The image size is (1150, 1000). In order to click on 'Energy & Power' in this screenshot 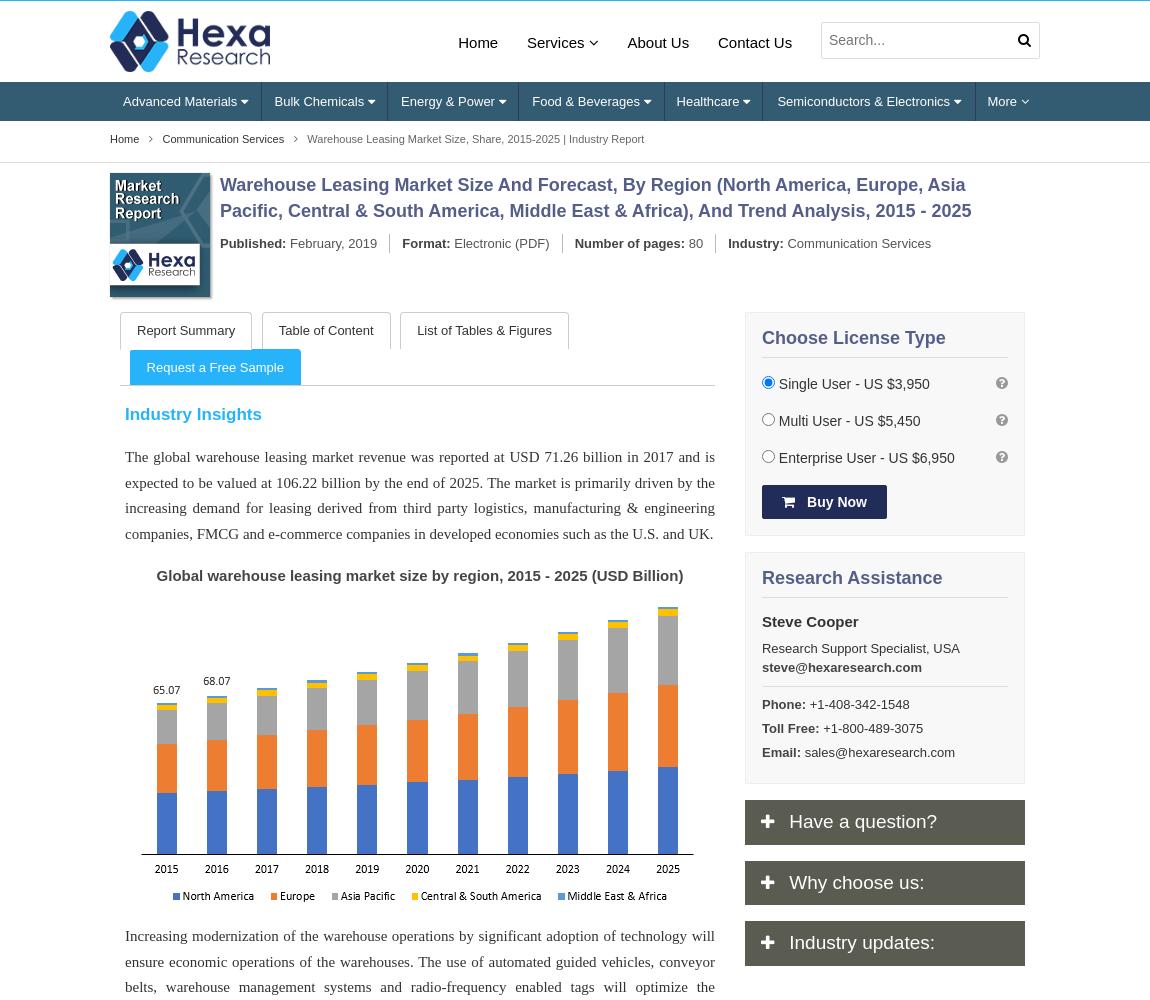, I will do `click(449, 99)`.